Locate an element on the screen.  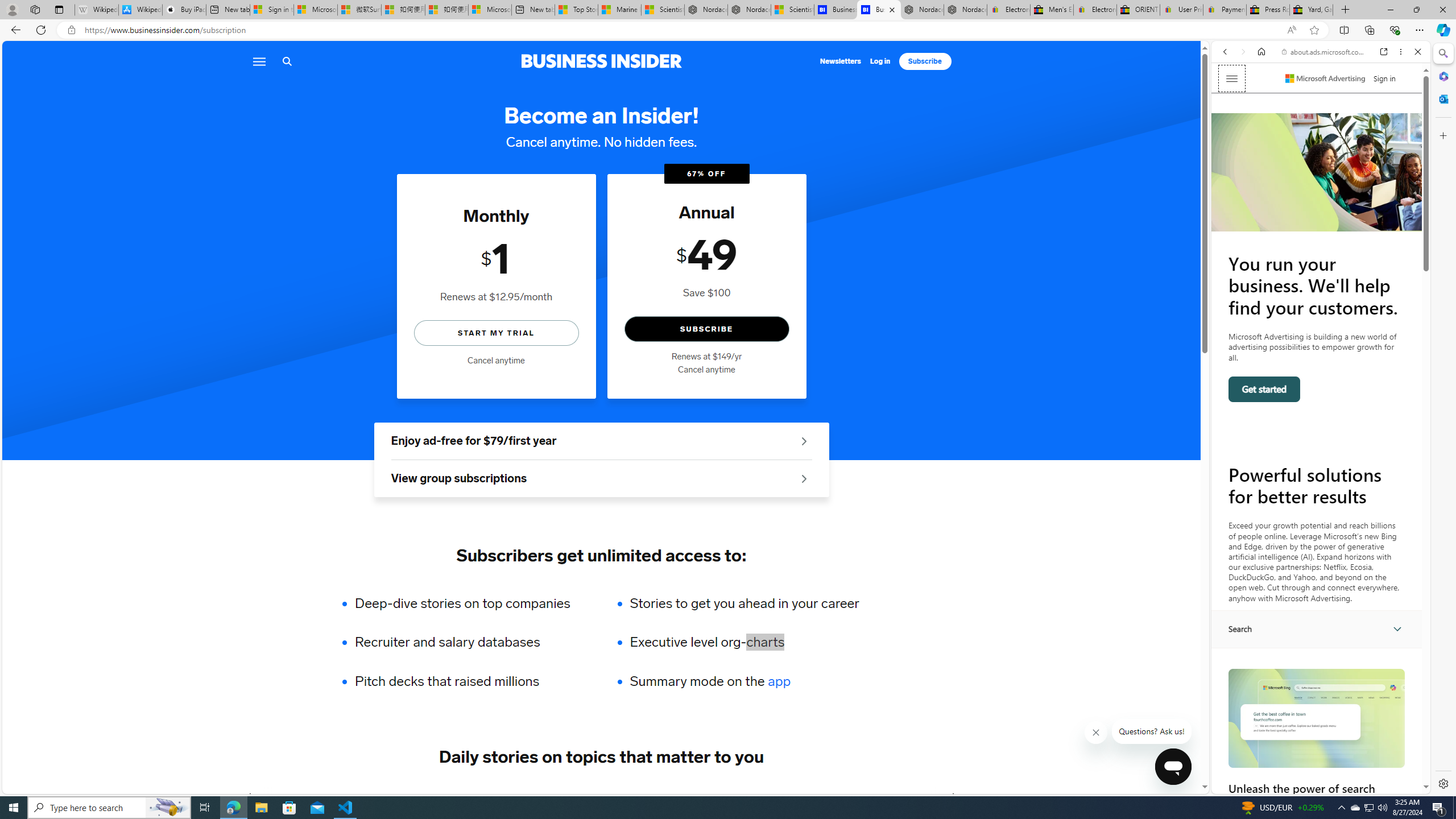
'Summary mode on the app' is located at coordinates (744, 681).